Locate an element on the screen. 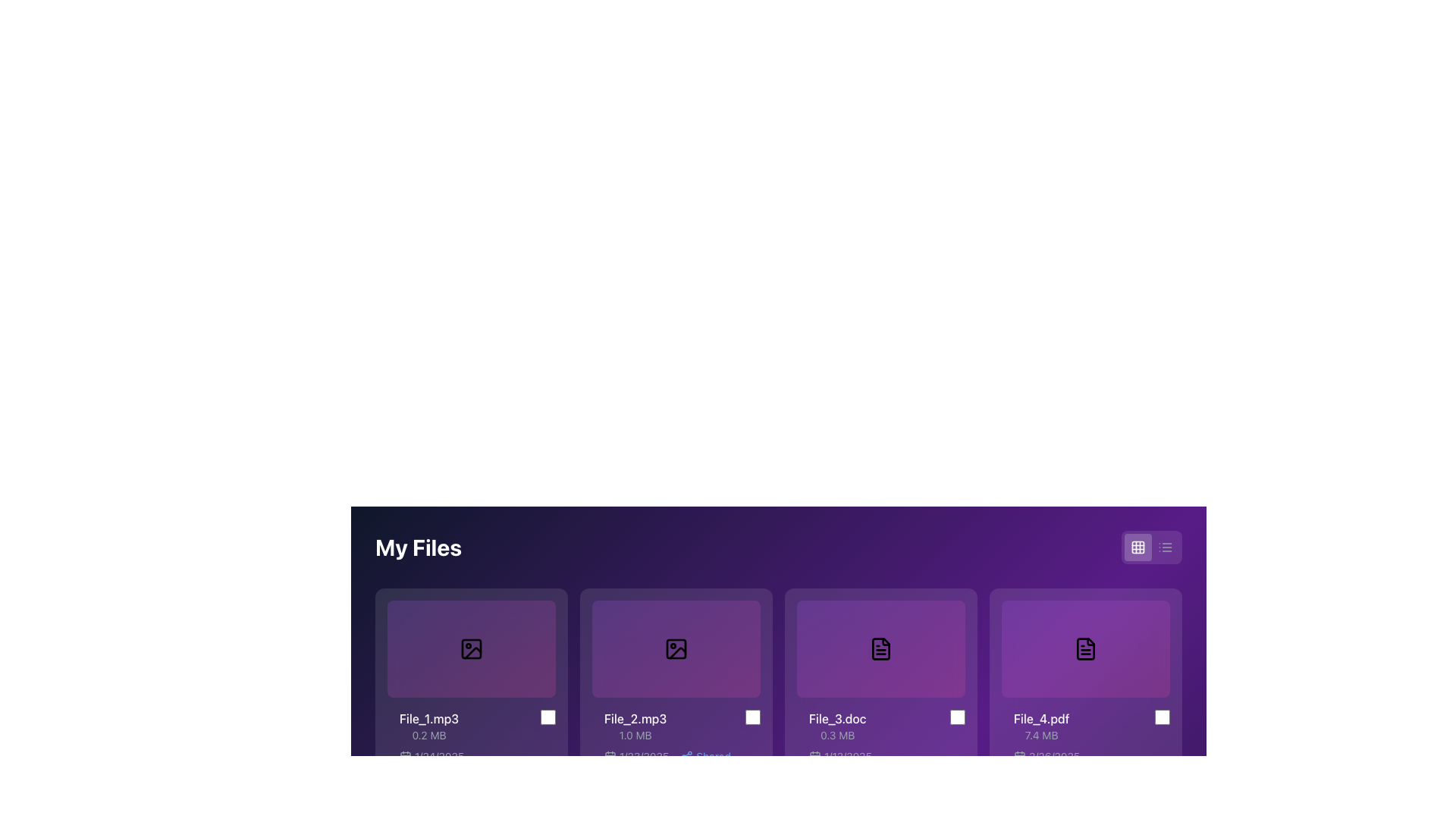 Image resolution: width=1456 pixels, height=819 pixels. the small calendar icon, which is the first element in a horizontal group, positioned within a file display card is located at coordinates (610, 757).